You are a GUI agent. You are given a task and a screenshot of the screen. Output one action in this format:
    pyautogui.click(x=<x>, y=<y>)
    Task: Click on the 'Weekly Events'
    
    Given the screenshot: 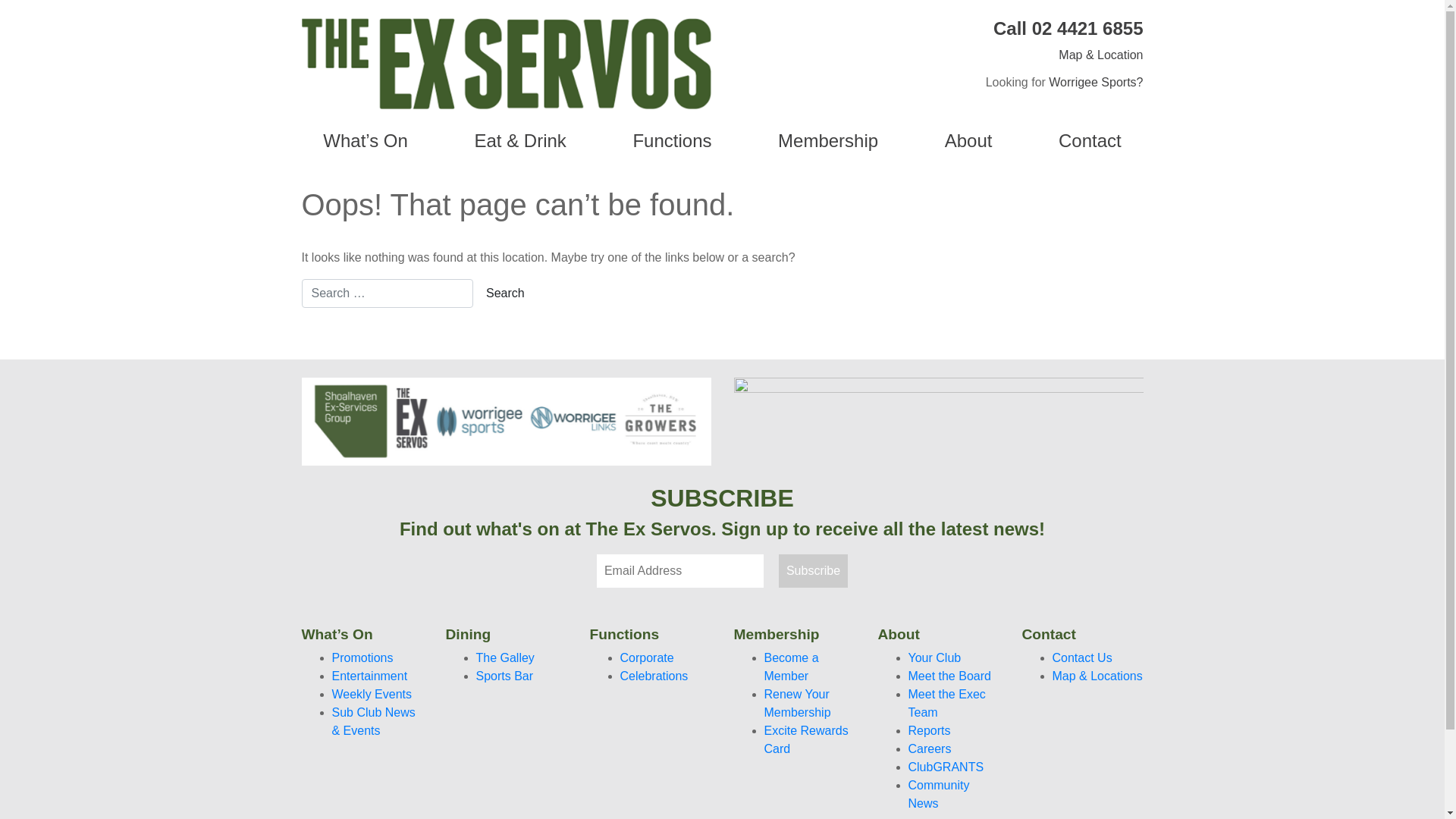 What is the action you would take?
    pyautogui.click(x=331, y=694)
    